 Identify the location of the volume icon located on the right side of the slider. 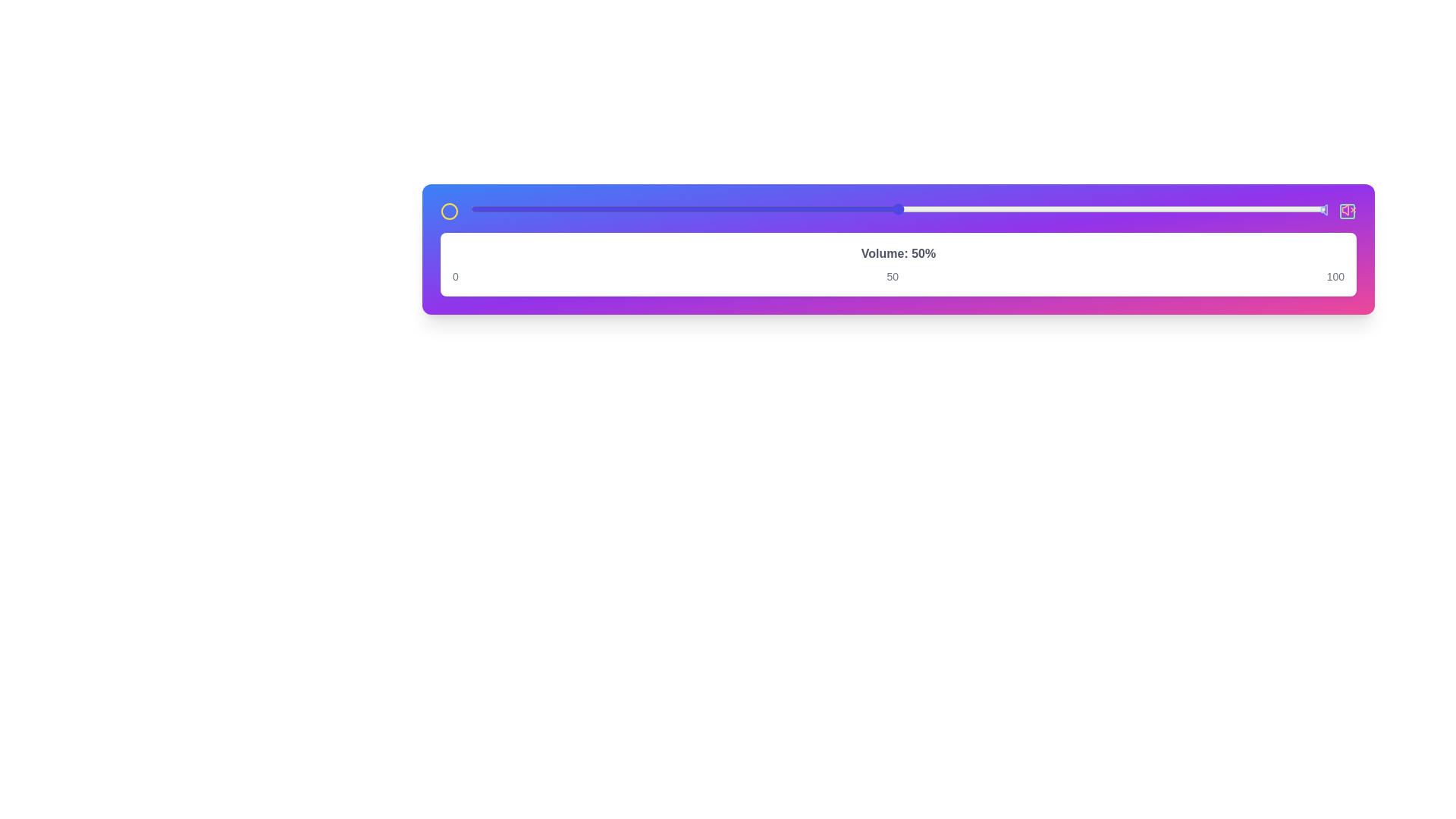
(1327, 210).